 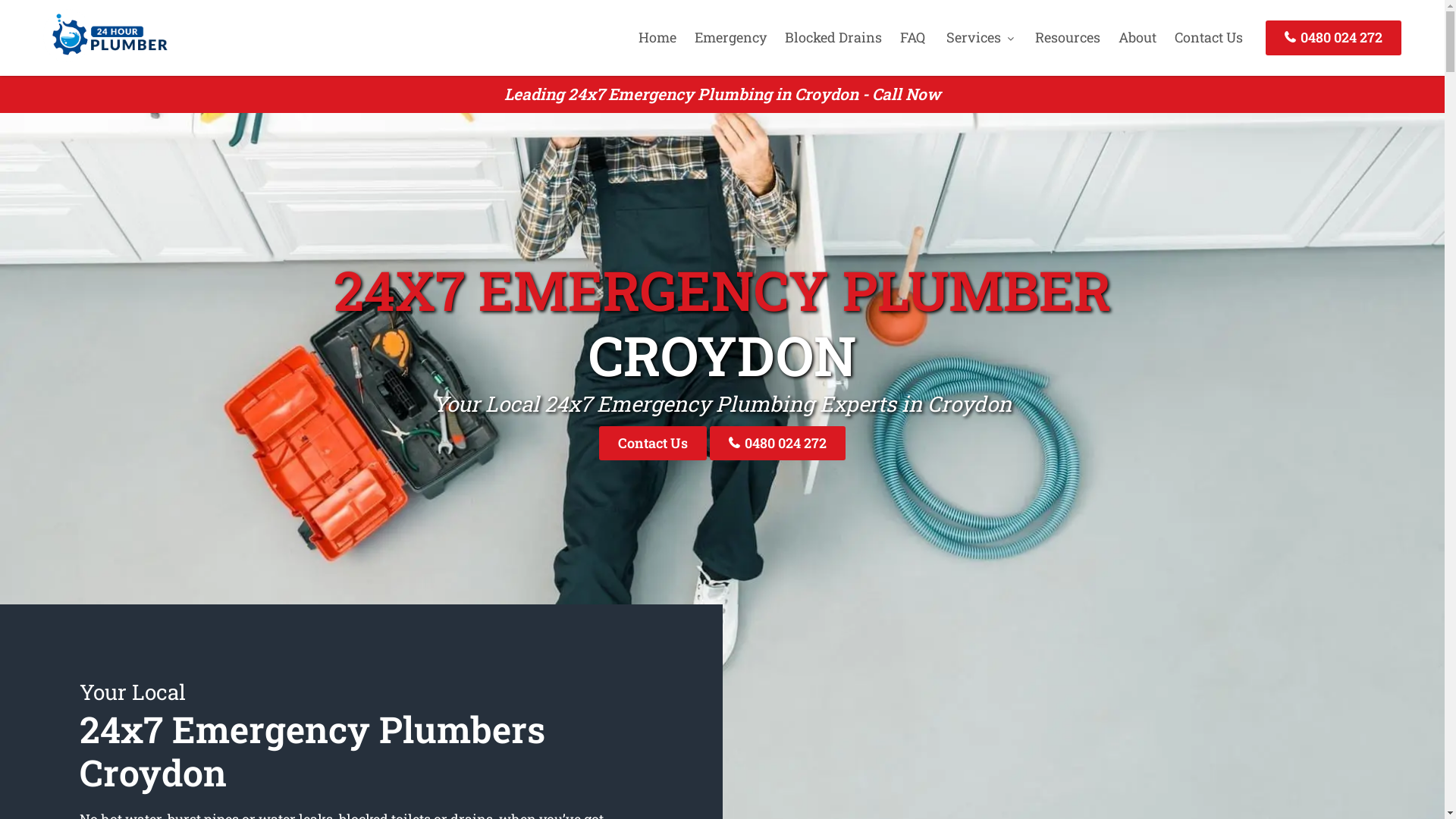 I want to click on '0480 024 272', so click(x=777, y=443).